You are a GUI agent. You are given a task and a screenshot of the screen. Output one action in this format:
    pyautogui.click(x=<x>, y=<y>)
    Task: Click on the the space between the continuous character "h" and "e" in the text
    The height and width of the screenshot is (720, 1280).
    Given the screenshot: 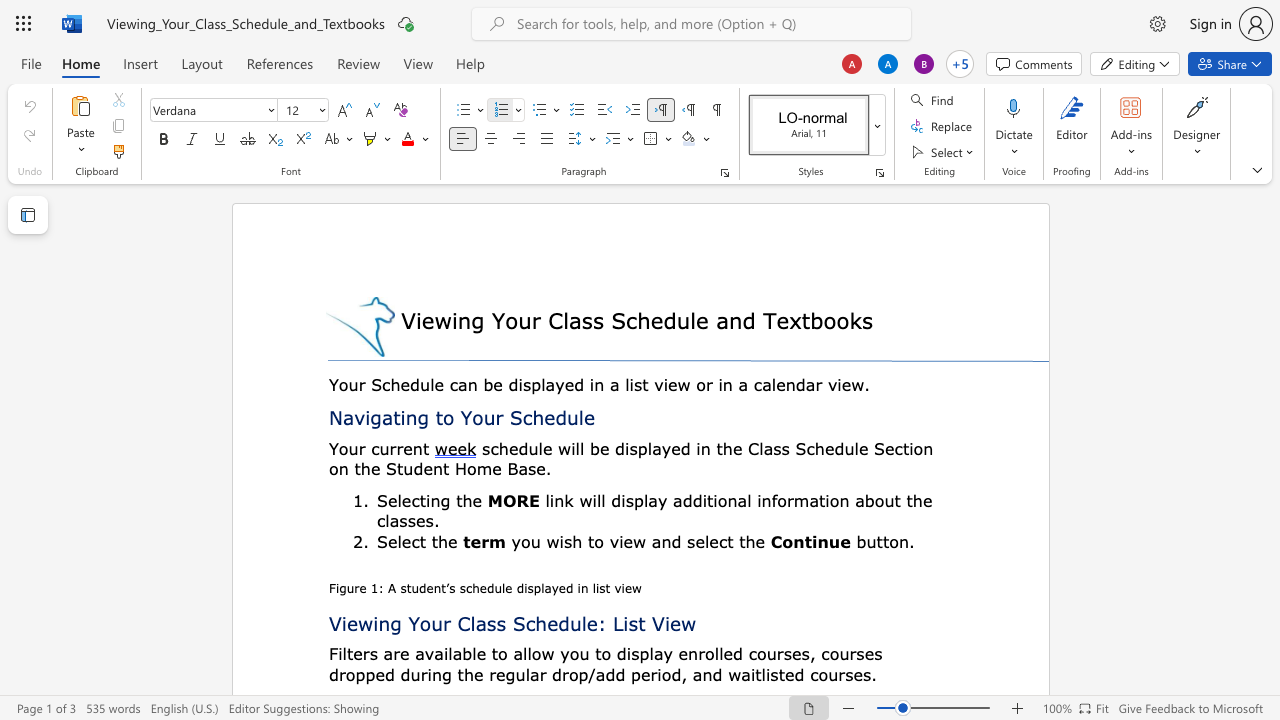 What is the action you would take?
    pyautogui.click(x=546, y=622)
    